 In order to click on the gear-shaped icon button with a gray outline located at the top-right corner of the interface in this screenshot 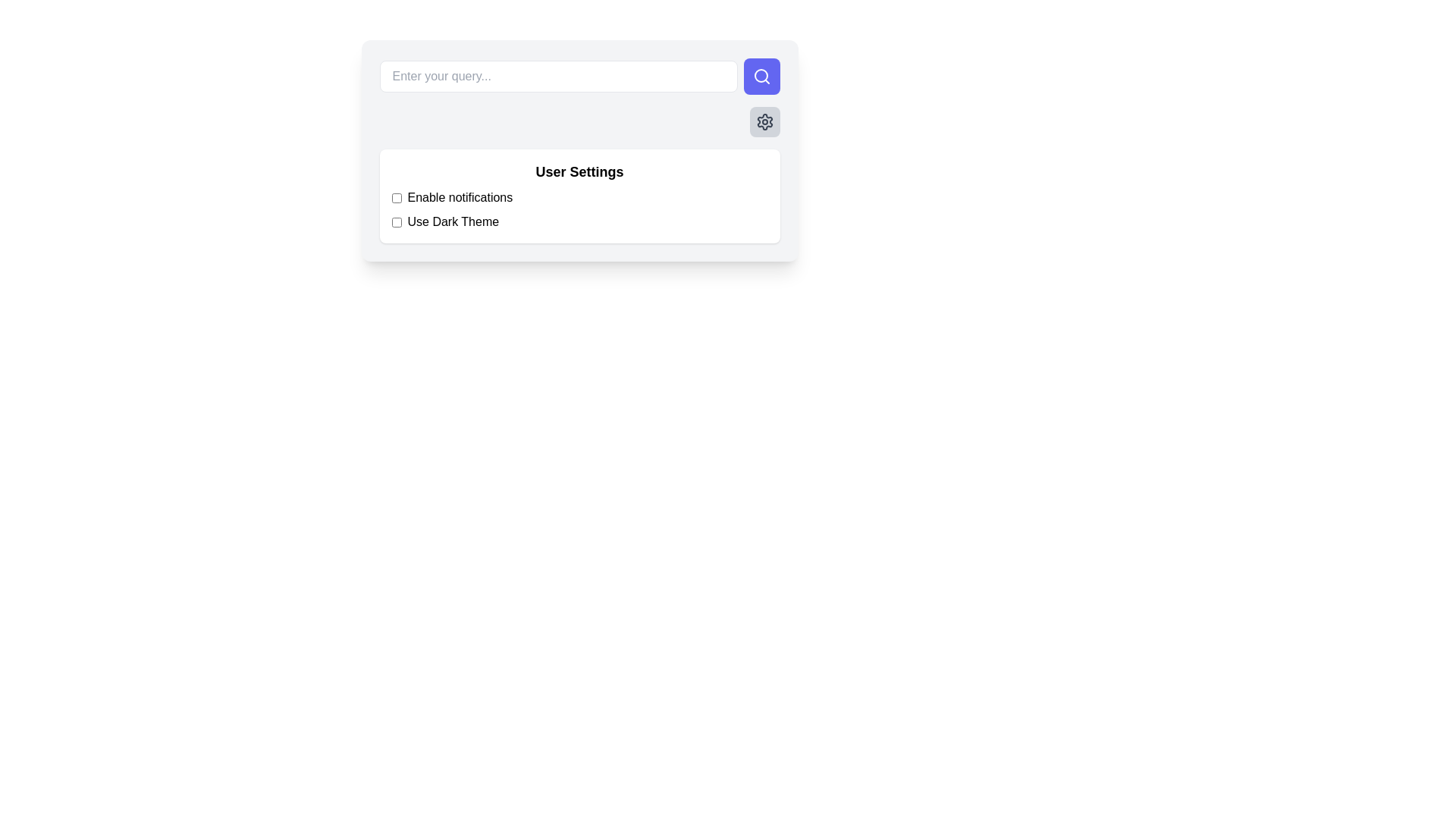, I will do `click(764, 121)`.